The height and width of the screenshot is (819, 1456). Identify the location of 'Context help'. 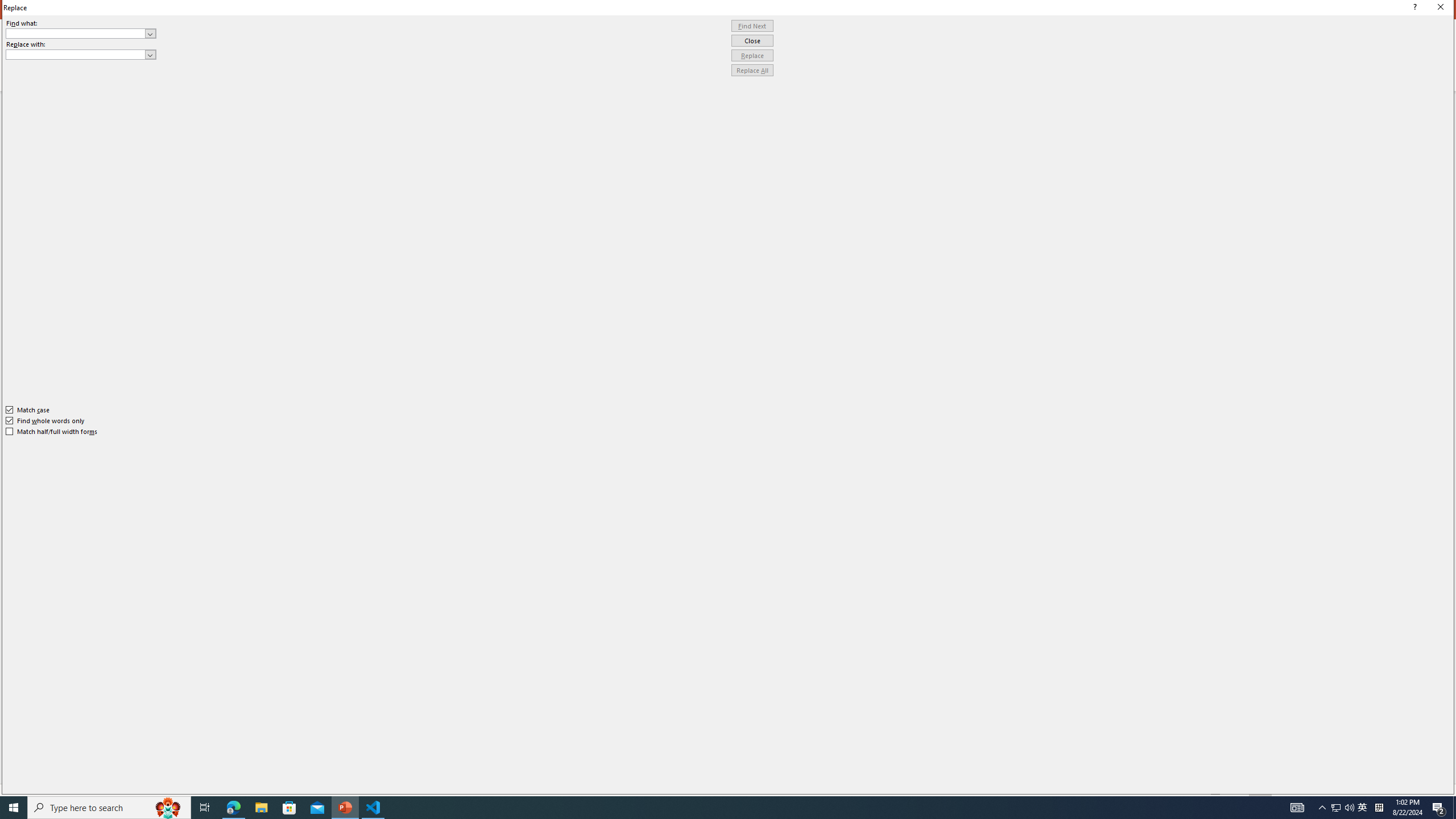
(1413, 9).